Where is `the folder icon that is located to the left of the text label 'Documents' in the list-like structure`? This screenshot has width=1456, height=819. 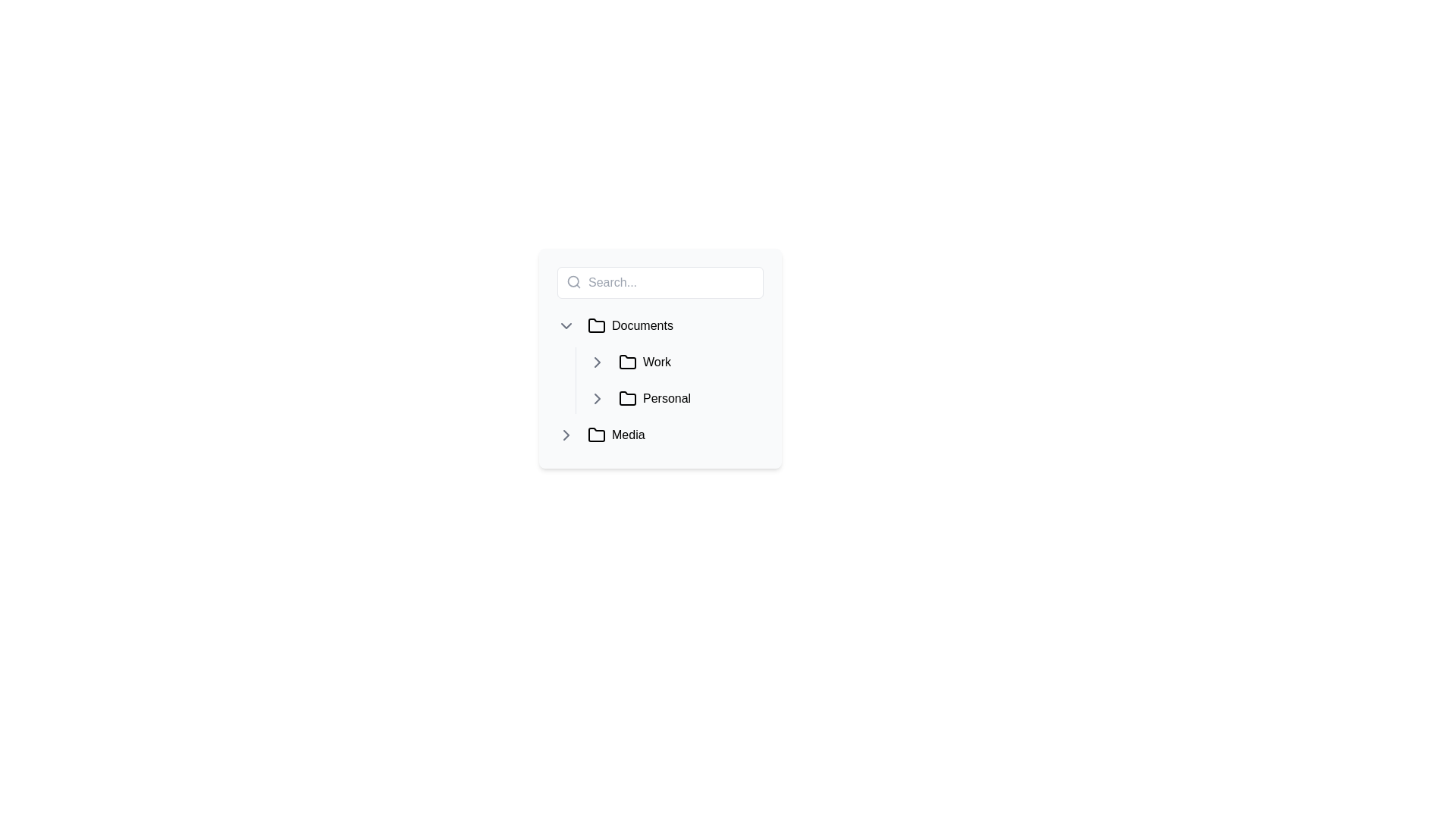 the folder icon that is located to the left of the text label 'Documents' in the list-like structure is located at coordinates (596, 325).